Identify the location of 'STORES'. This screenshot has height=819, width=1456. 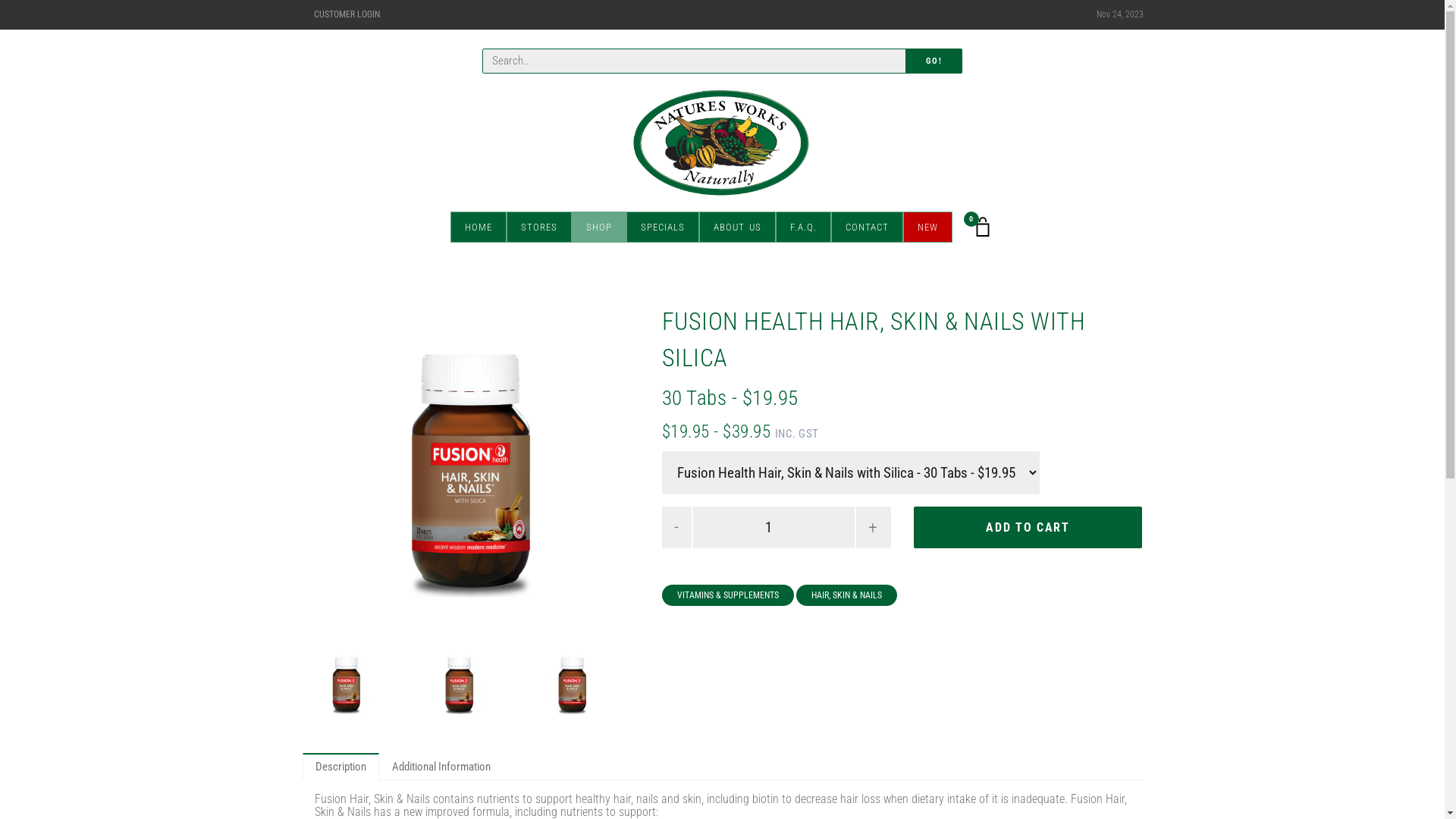
(506, 226).